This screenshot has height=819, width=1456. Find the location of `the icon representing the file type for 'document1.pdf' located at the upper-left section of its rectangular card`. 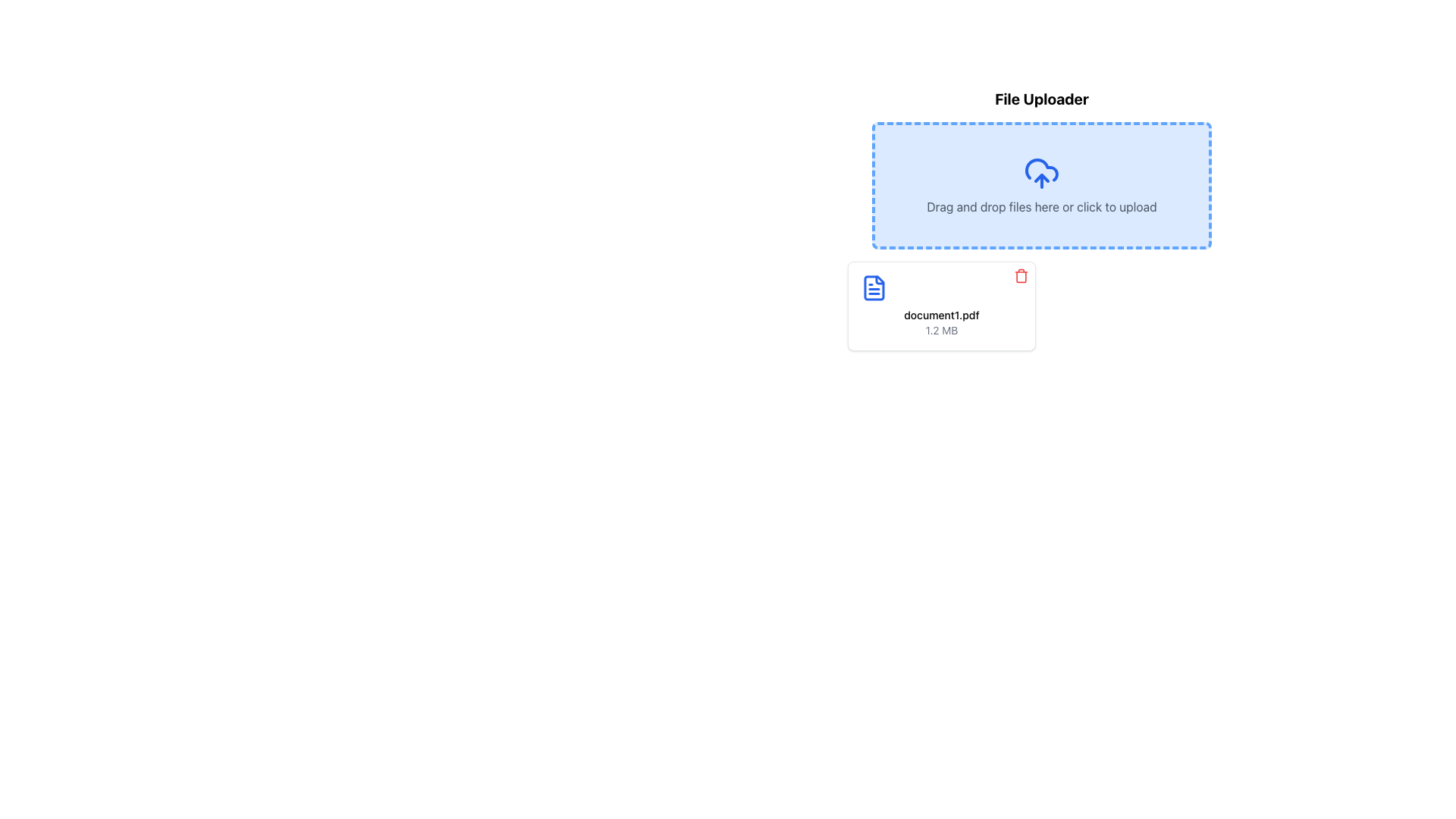

the icon representing the file type for 'document1.pdf' located at the upper-left section of its rectangular card is located at coordinates (874, 288).